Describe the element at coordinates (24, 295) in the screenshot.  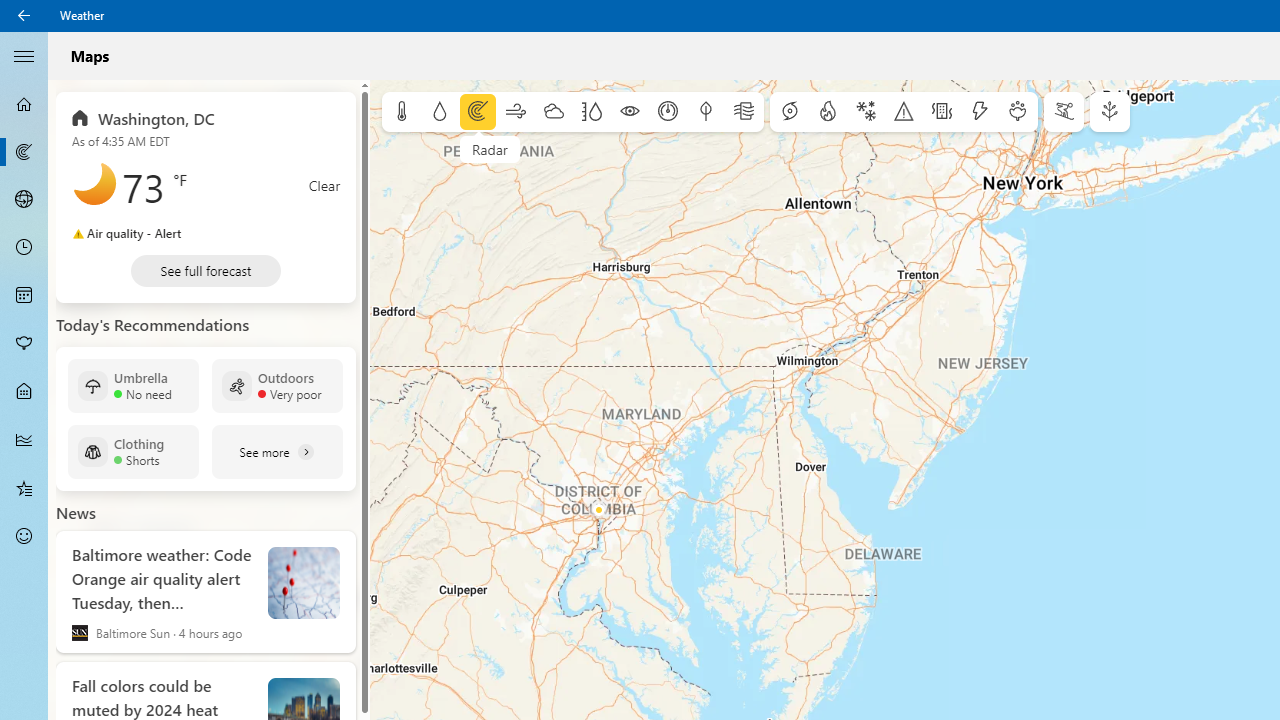
I see `'Monthly Forecast - Not Selected'` at that location.